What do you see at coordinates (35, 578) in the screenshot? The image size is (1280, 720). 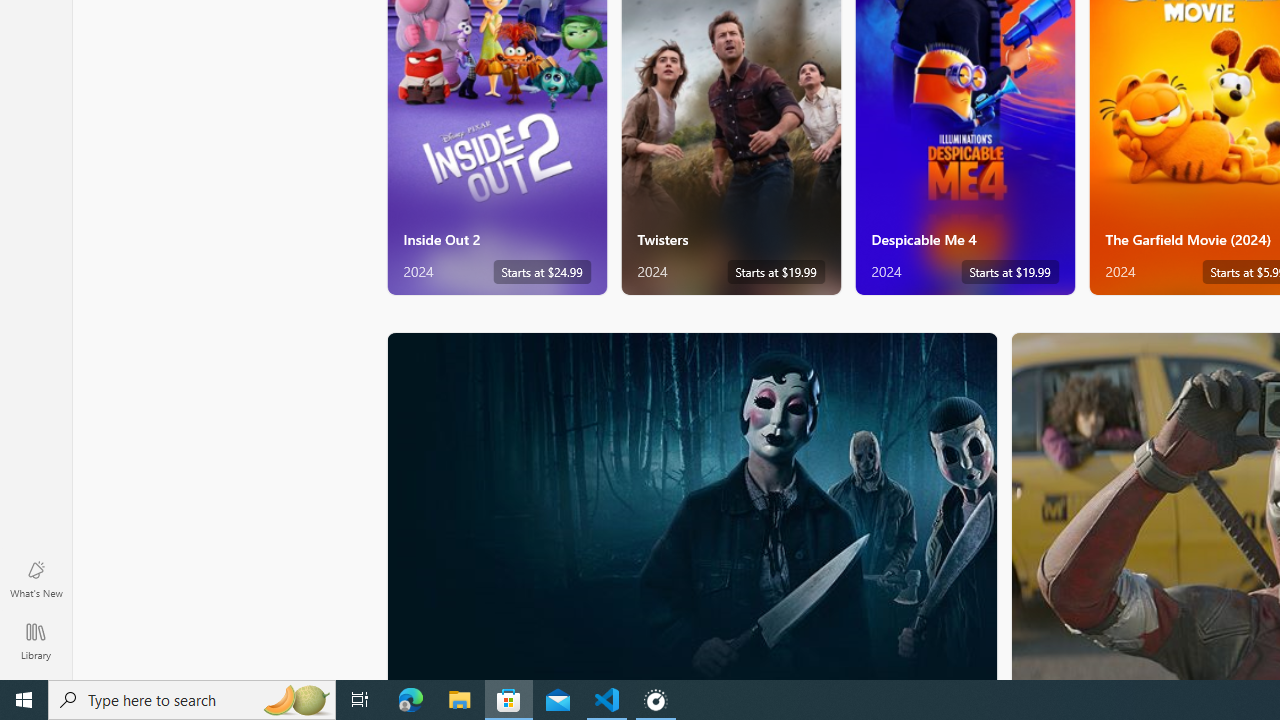 I see `'What'` at bounding box center [35, 578].